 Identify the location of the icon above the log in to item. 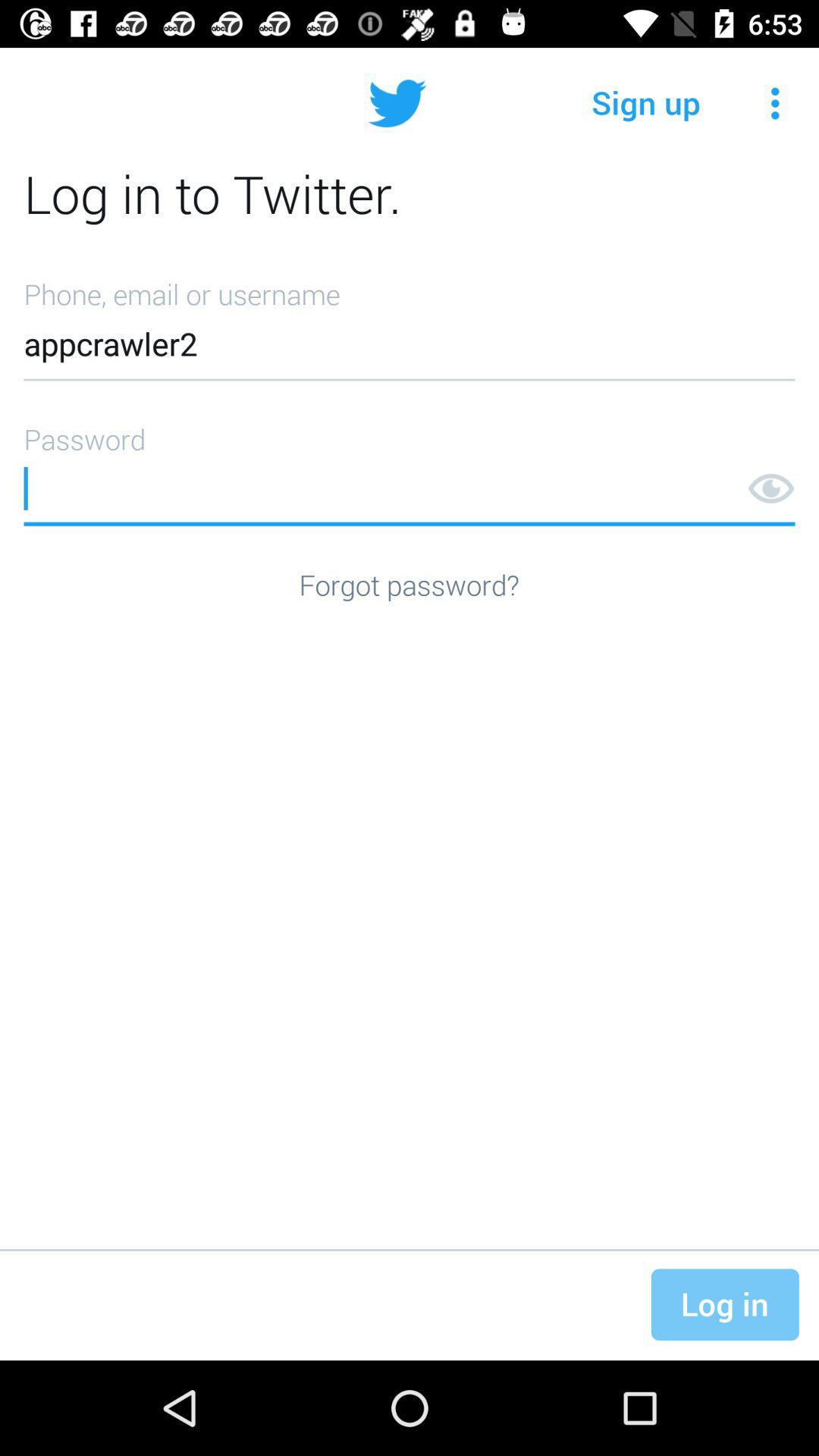
(646, 102).